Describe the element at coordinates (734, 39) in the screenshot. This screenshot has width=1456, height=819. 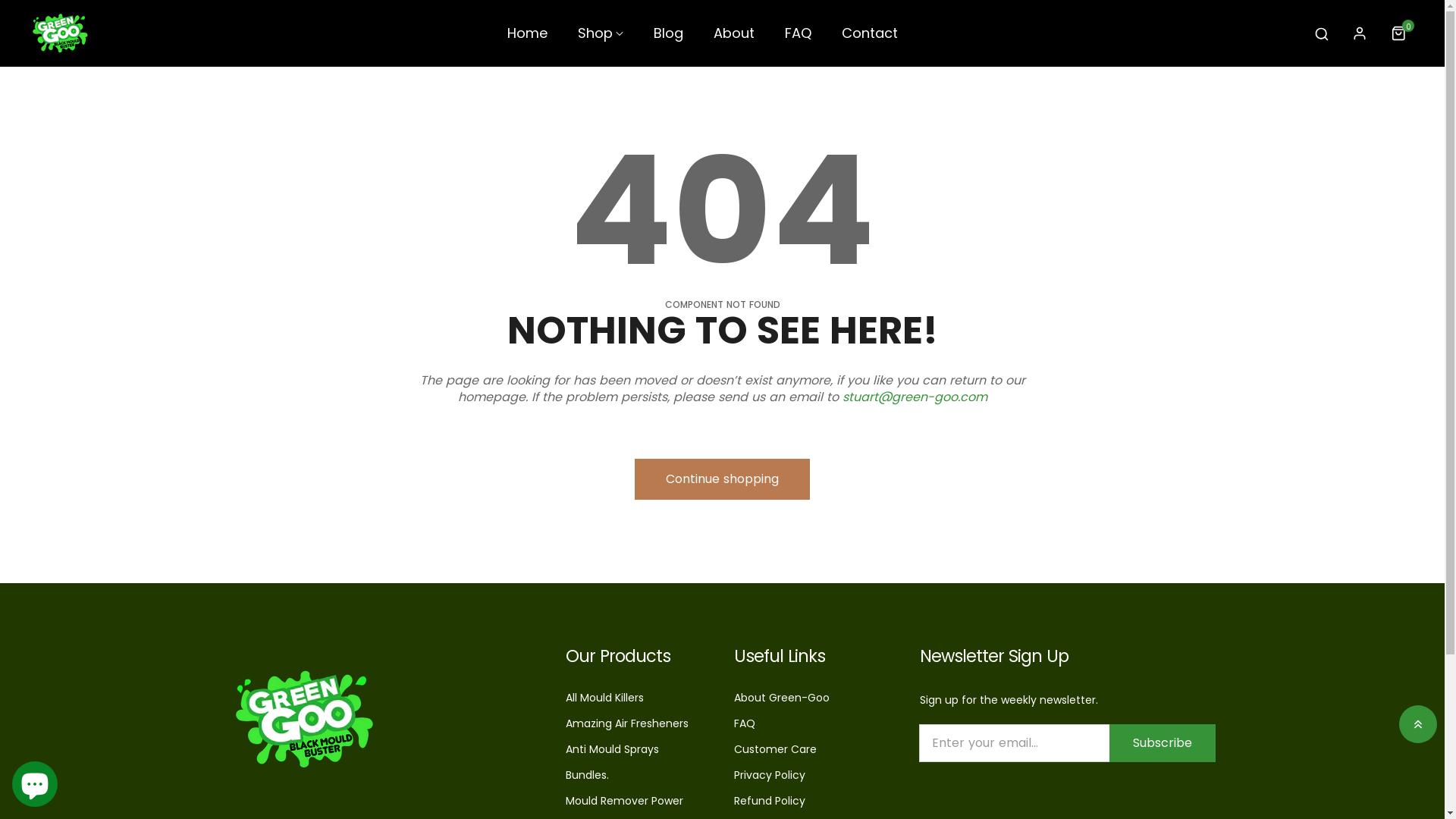
I see `'About'` at that location.